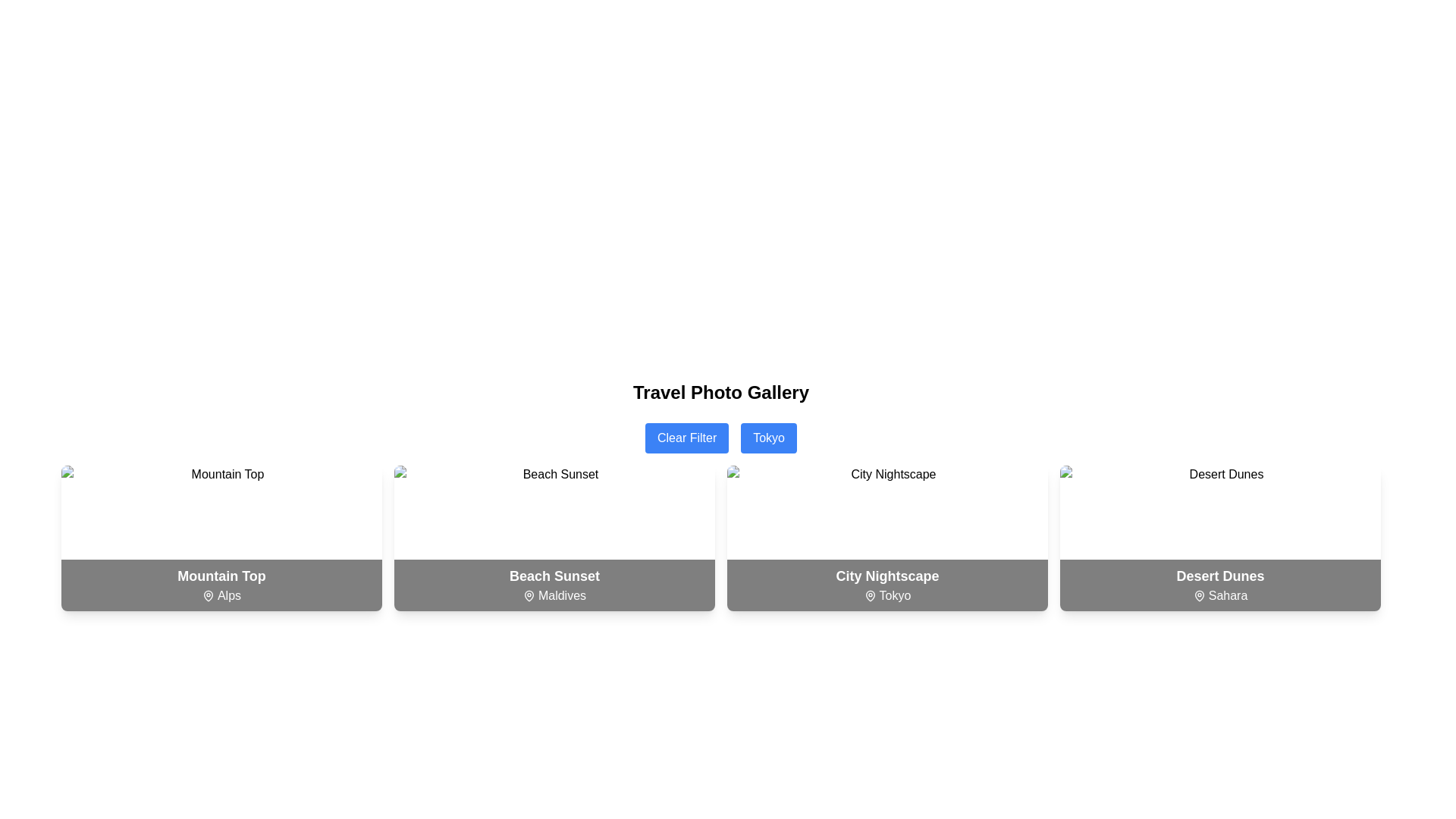  Describe the element at coordinates (720, 438) in the screenshot. I see `the 'Clear Filter' button, which is a rectangular button with a blue background and white text, located in the button group below 'Travel Photo Gallery'` at that location.